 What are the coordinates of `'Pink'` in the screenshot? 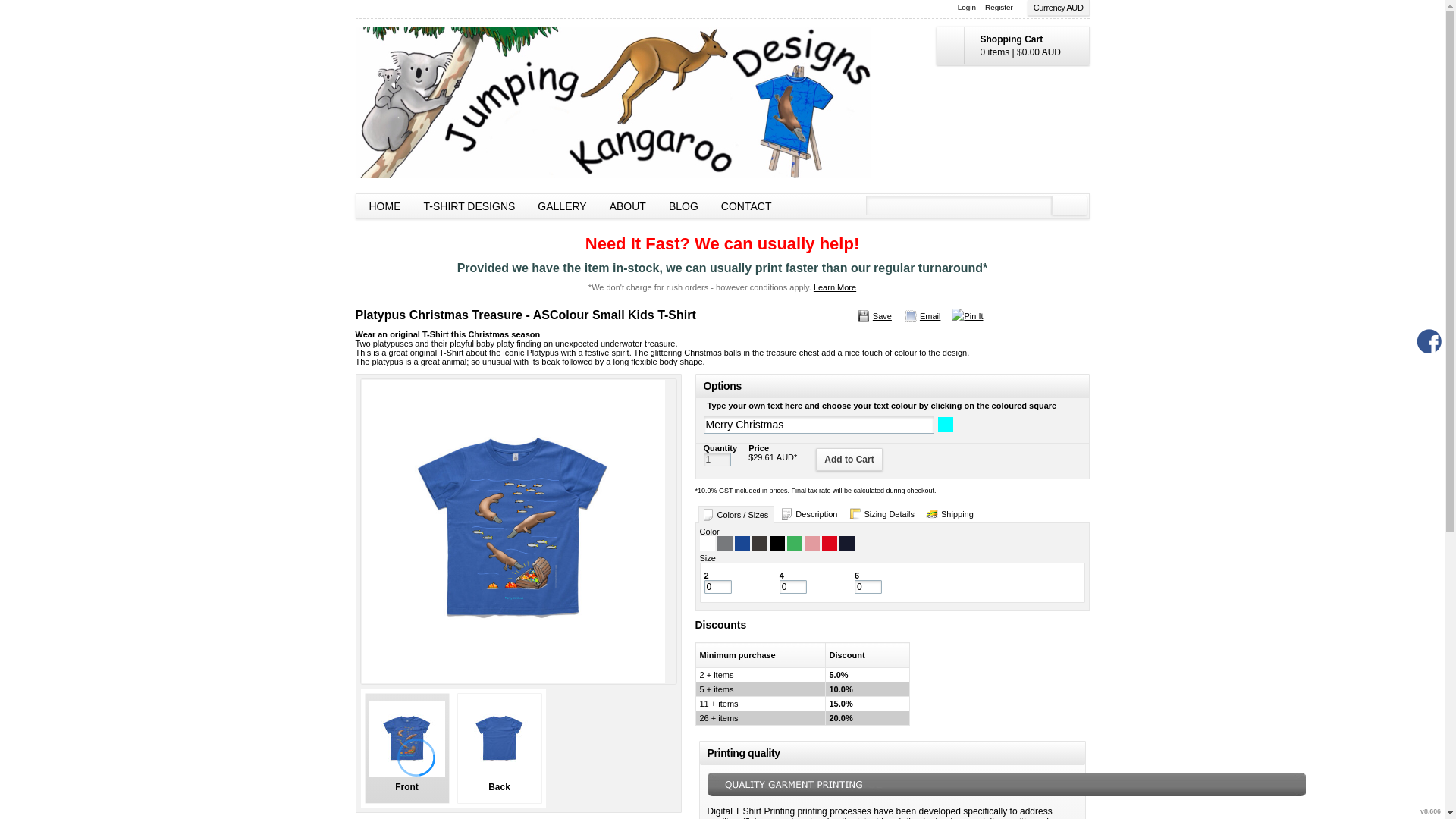 It's located at (811, 543).